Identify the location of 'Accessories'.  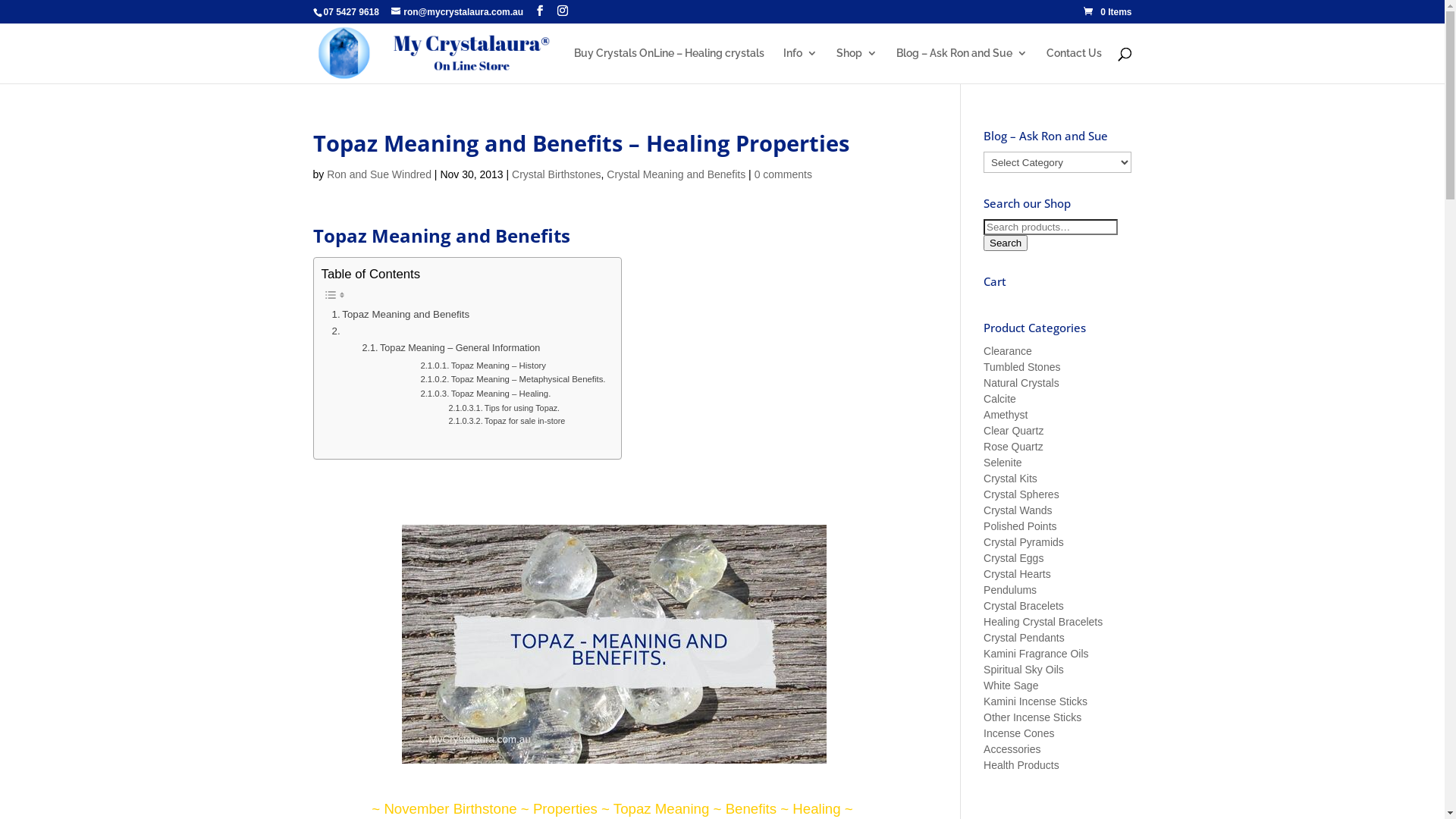
(1012, 748).